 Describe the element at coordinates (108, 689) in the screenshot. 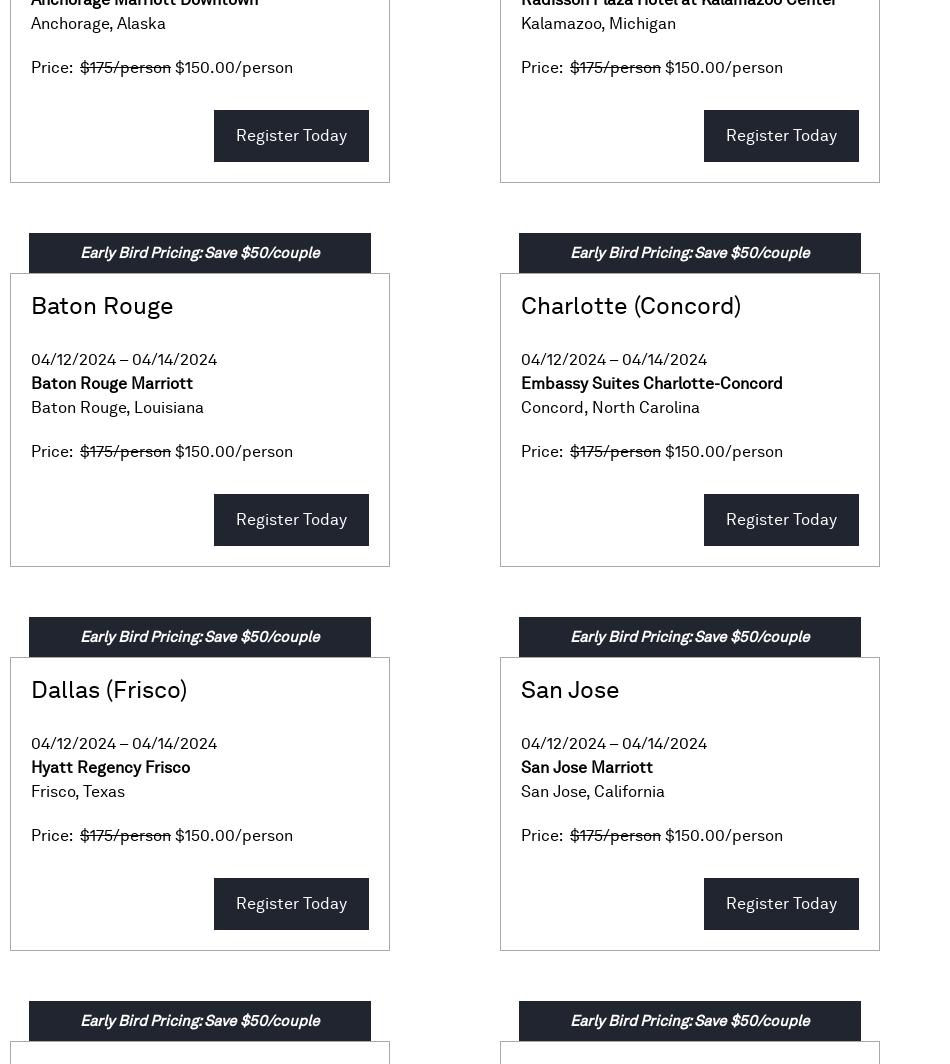

I see `'Dallas (Frisco)'` at that location.